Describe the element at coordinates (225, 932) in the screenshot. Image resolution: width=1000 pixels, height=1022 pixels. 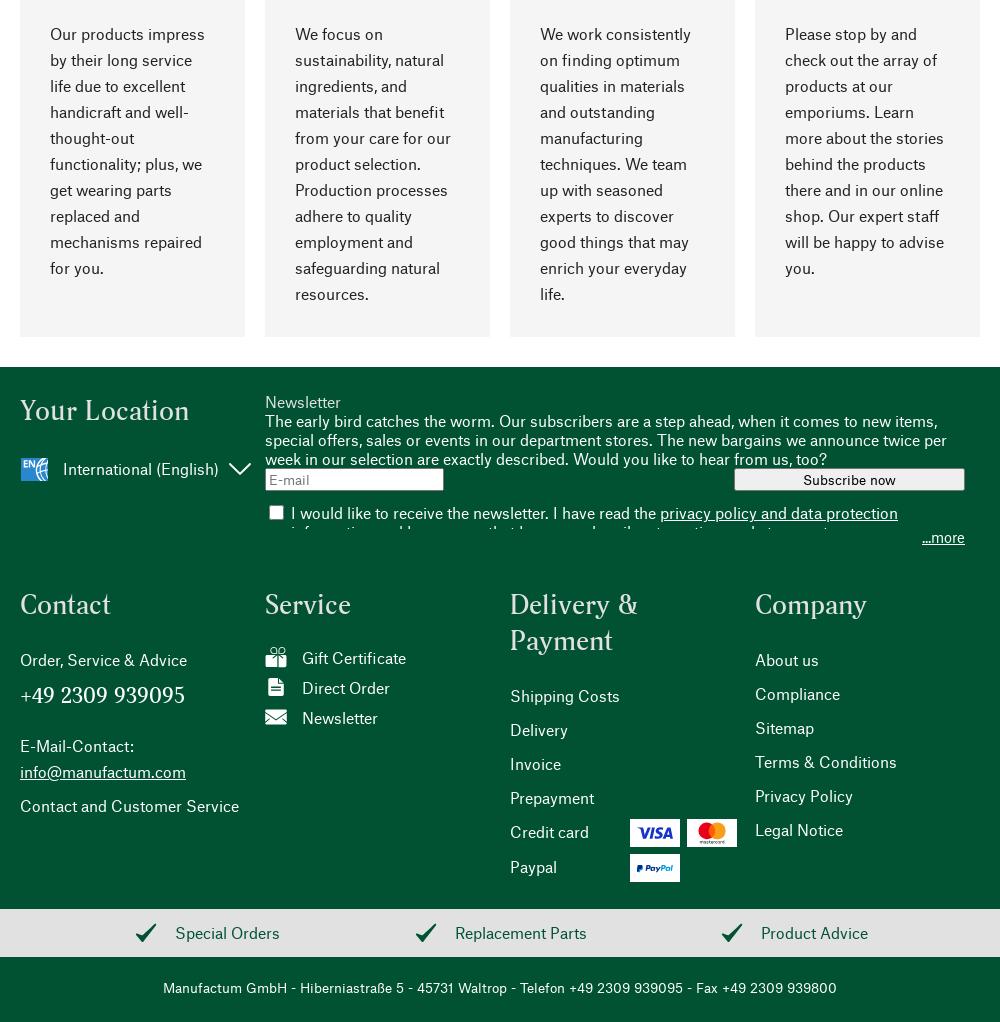
I see `'Special Orders'` at that location.